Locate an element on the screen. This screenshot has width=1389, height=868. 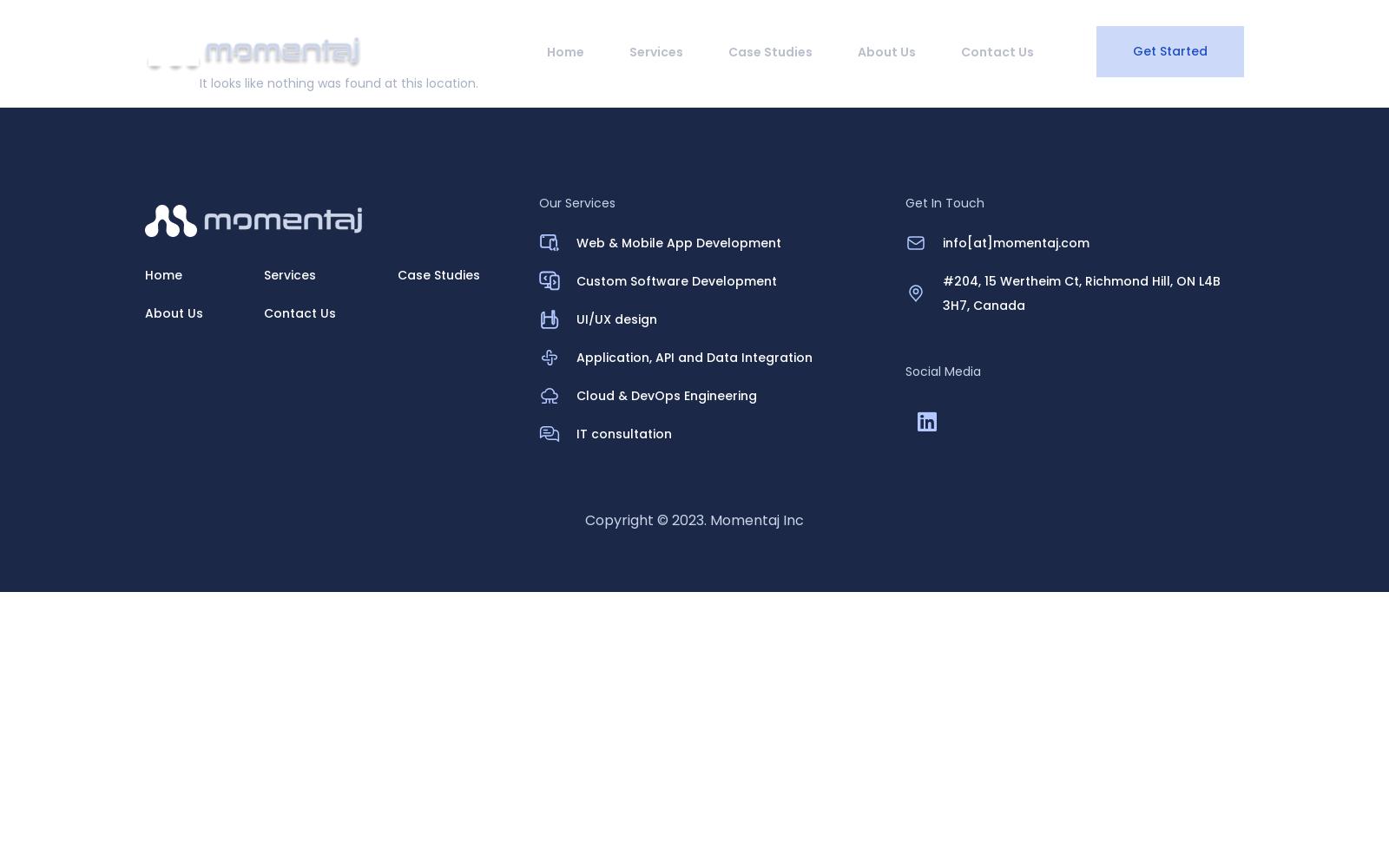
'Cloud & DevOps Engineering' is located at coordinates (666, 395).